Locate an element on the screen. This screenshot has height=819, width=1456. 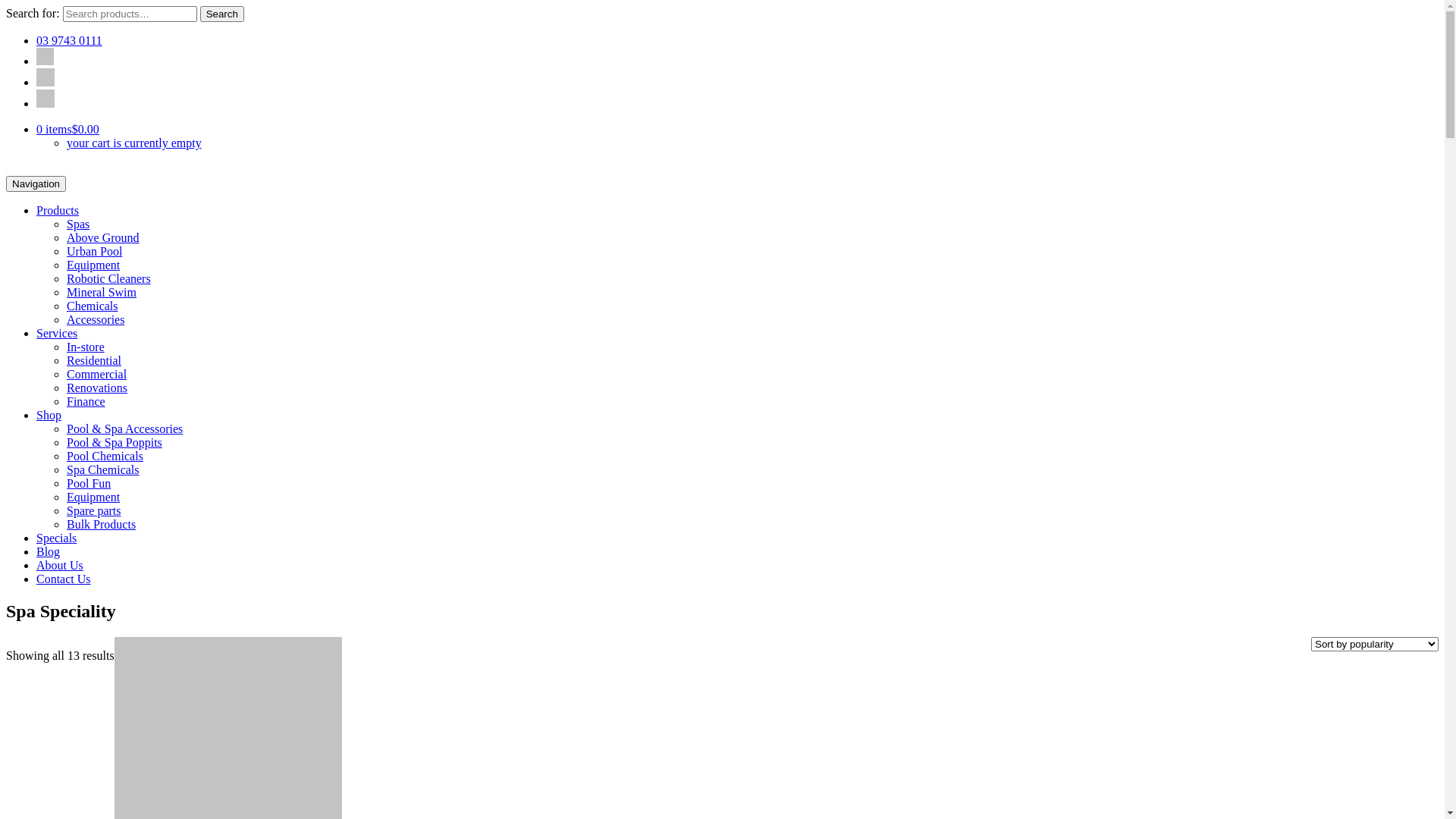
'Equipment' is located at coordinates (93, 264).